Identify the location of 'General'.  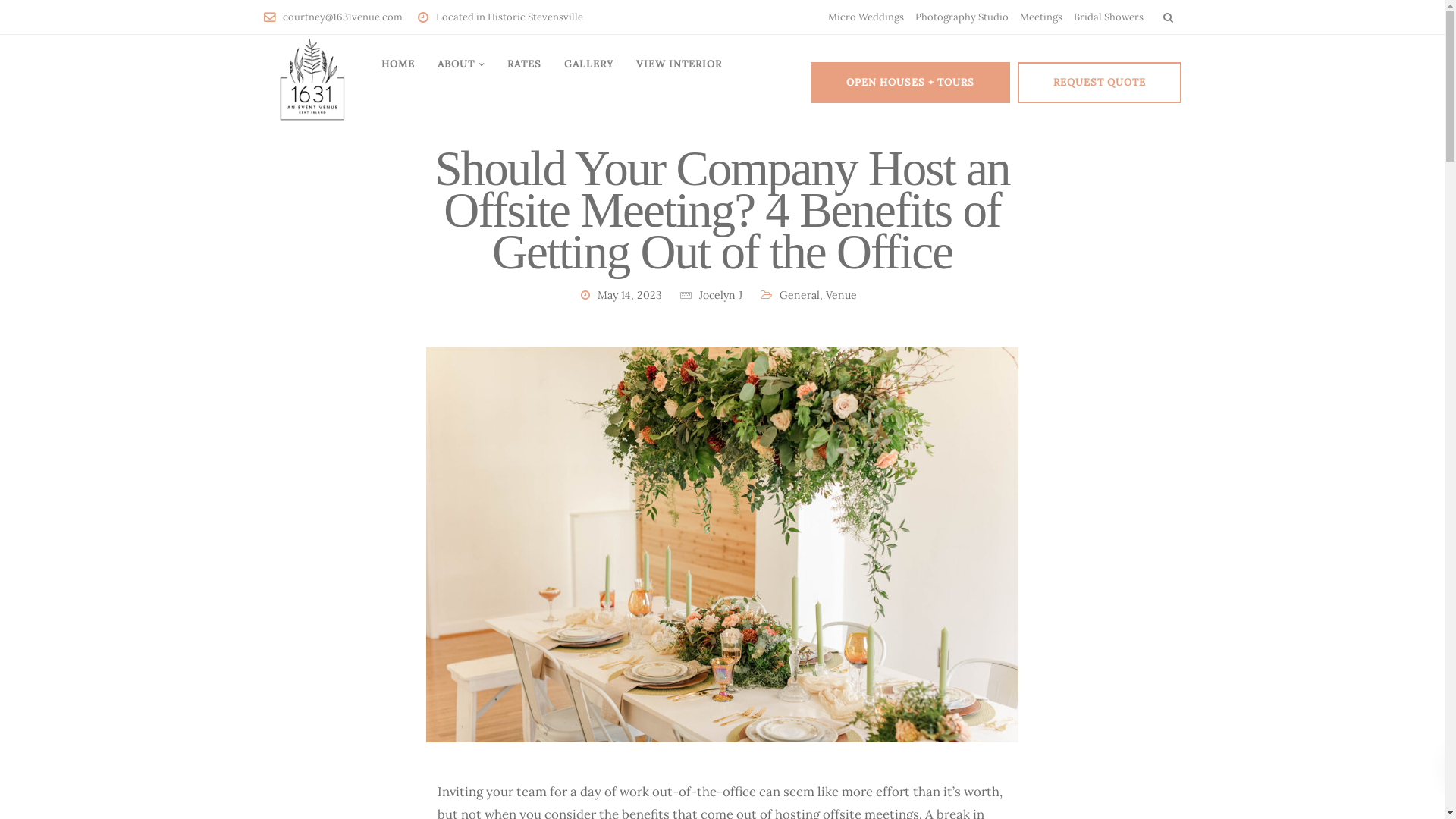
(799, 295).